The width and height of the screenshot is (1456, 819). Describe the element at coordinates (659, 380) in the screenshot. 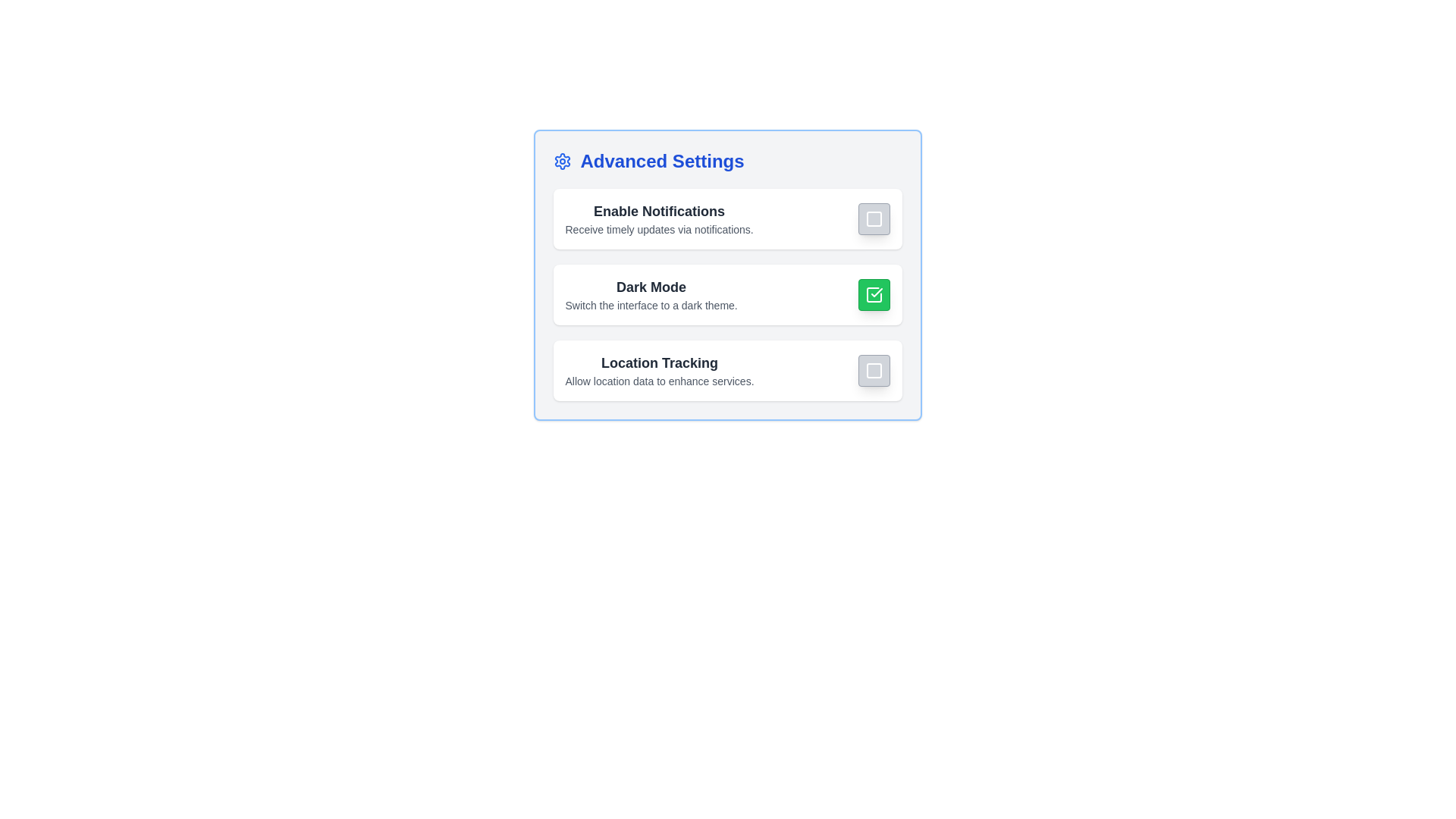

I see `the text message that reads 'Allow location data to enhance services.', which is styled in a smaller gray font and positioned beneath the 'Location Tracking' title` at that location.